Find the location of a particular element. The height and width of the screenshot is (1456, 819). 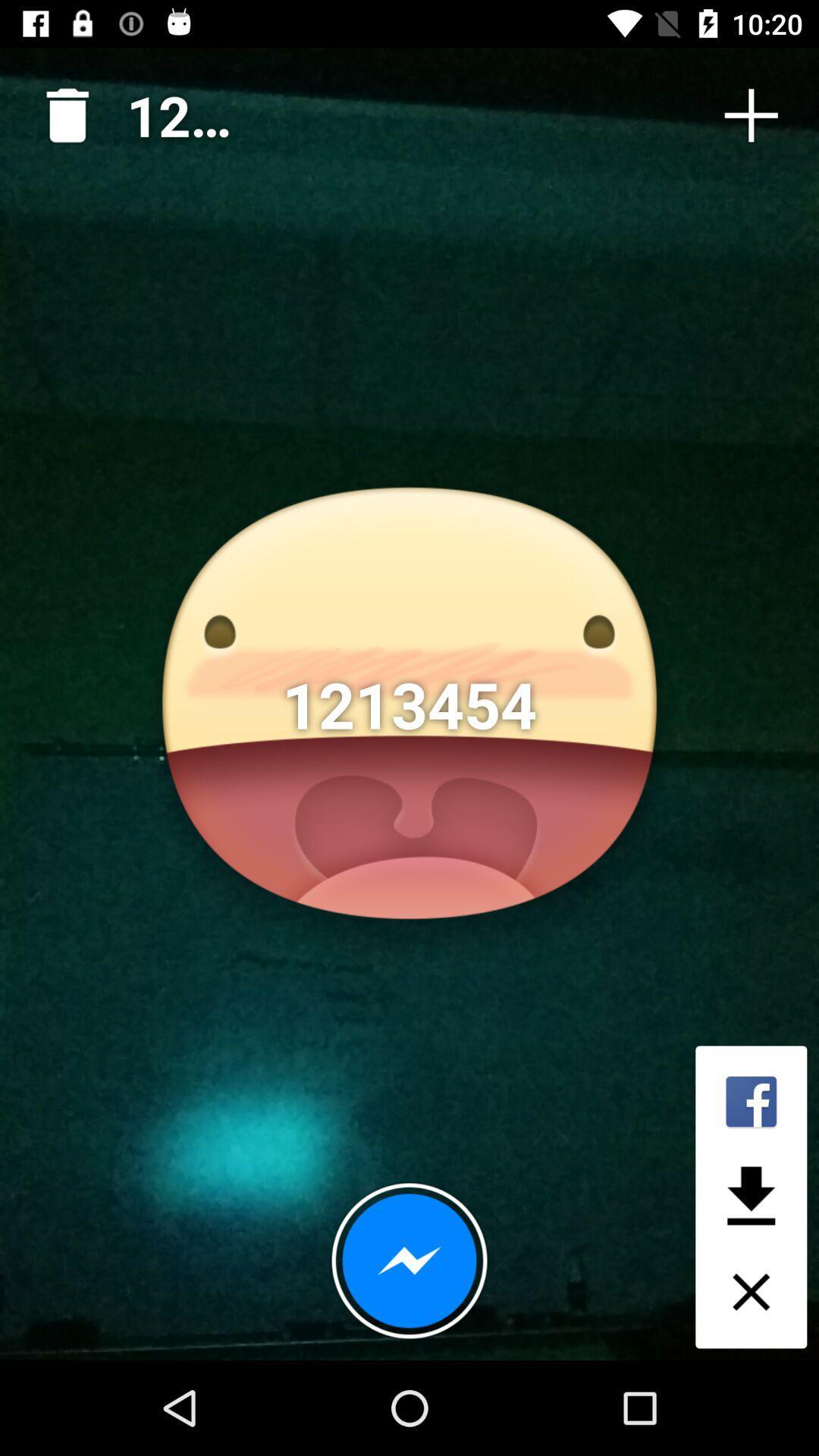

the file_download icon is located at coordinates (751, 1196).